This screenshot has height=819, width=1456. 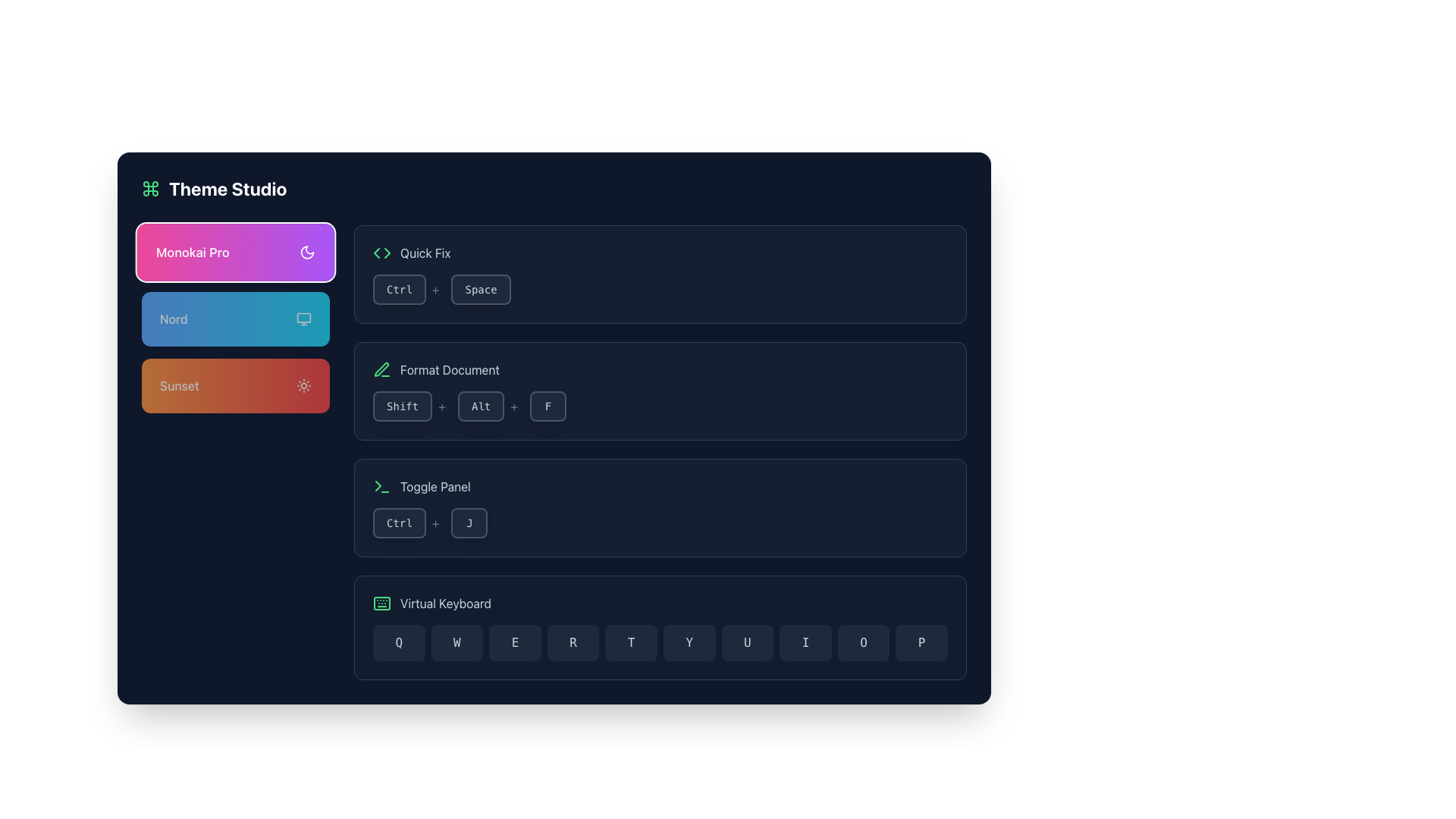 I want to click on descriptive label indicating the functionality of toggling a panel, which is located in the bottom half of the interface to the right of a green icon, so click(x=435, y=486).